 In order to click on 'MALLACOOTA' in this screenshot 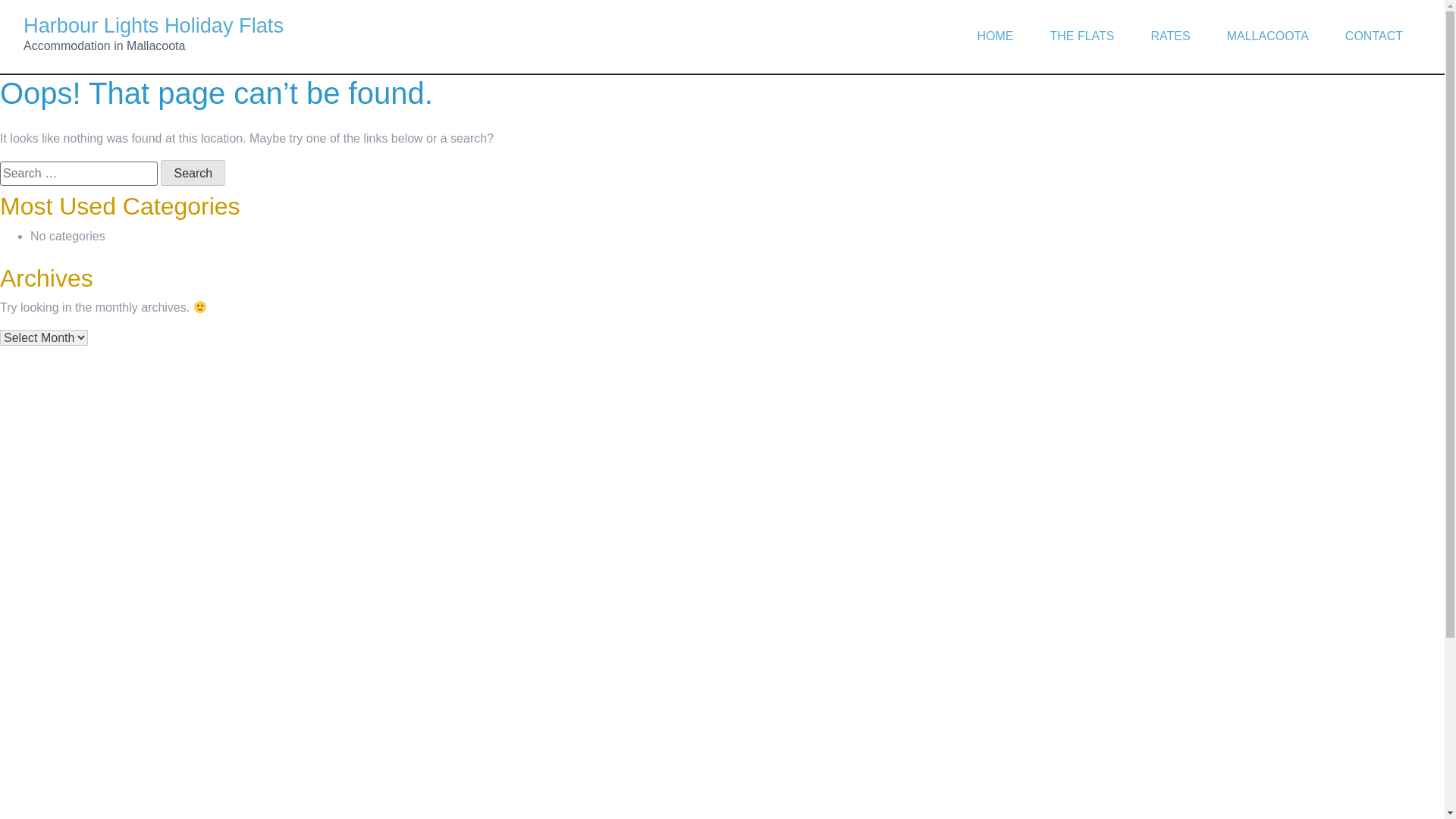, I will do `click(1267, 35)`.